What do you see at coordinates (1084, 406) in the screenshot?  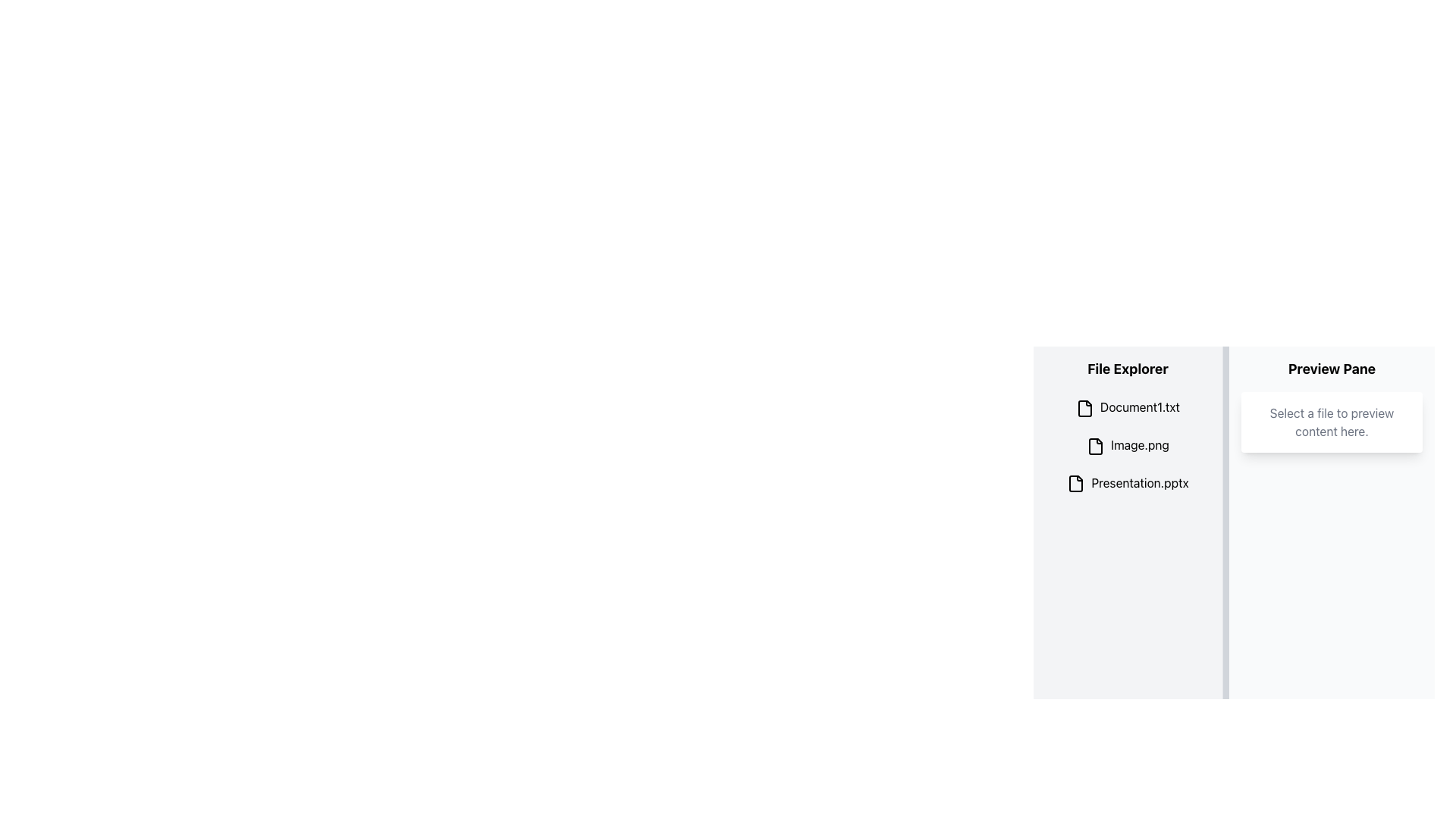 I see `the file icon resembling a document sheet, which is the first icon in the File Explorer list, located to the left of 'Document1.txt'` at bounding box center [1084, 406].